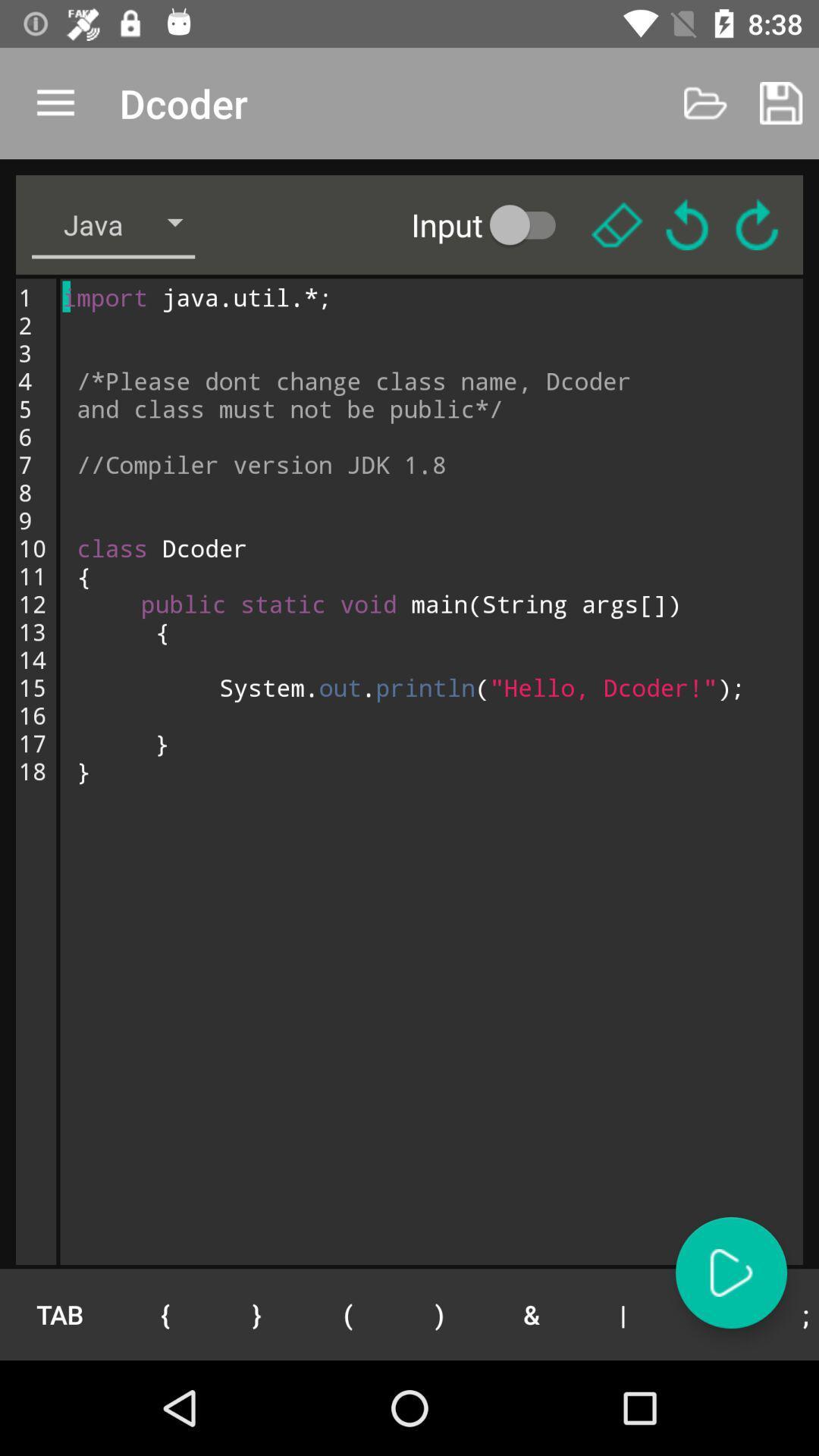 The image size is (819, 1456). Describe the element at coordinates (617, 224) in the screenshot. I see `delete button` at that location.